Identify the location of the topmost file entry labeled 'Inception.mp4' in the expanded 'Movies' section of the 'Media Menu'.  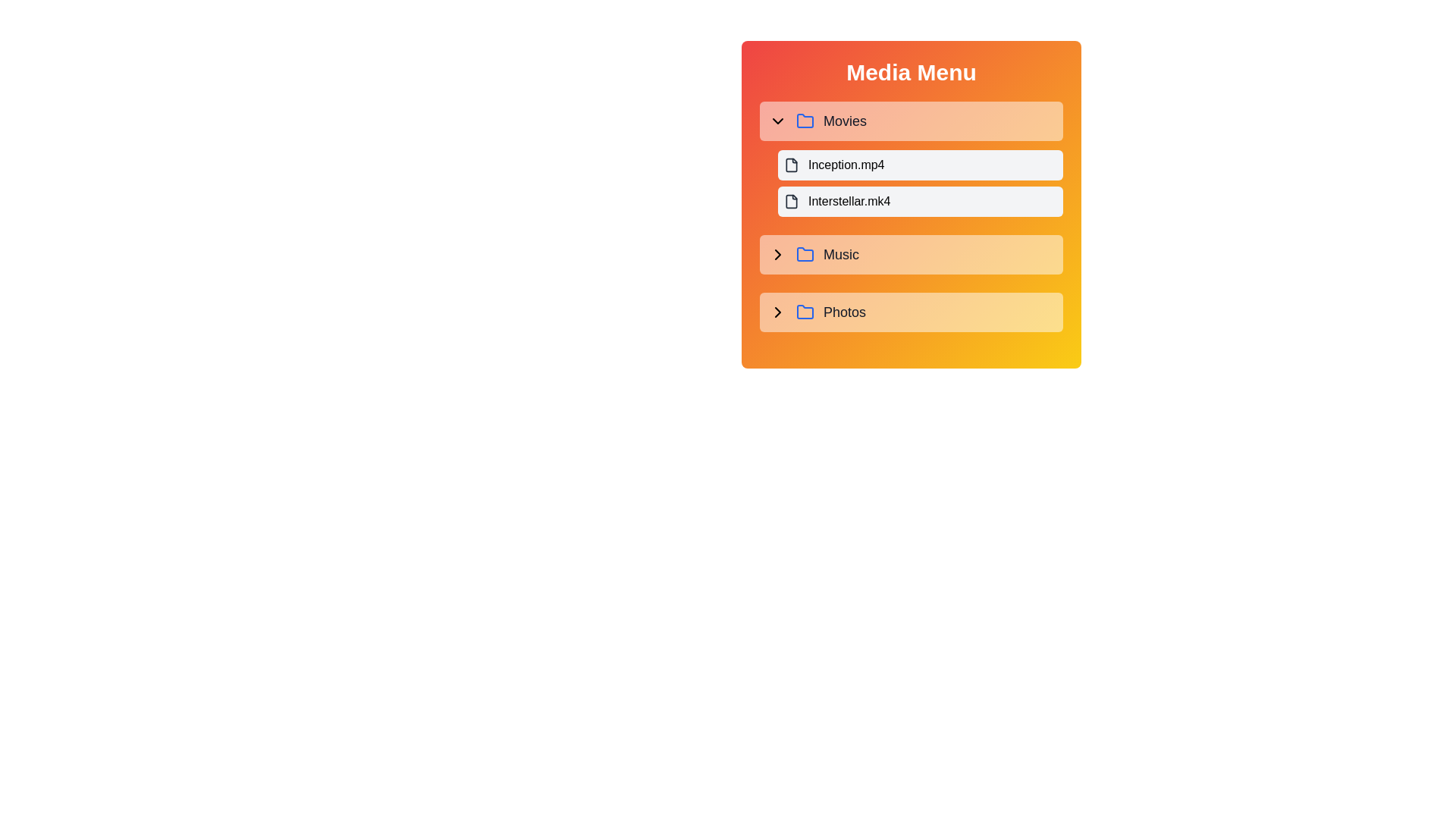
(920, 165).